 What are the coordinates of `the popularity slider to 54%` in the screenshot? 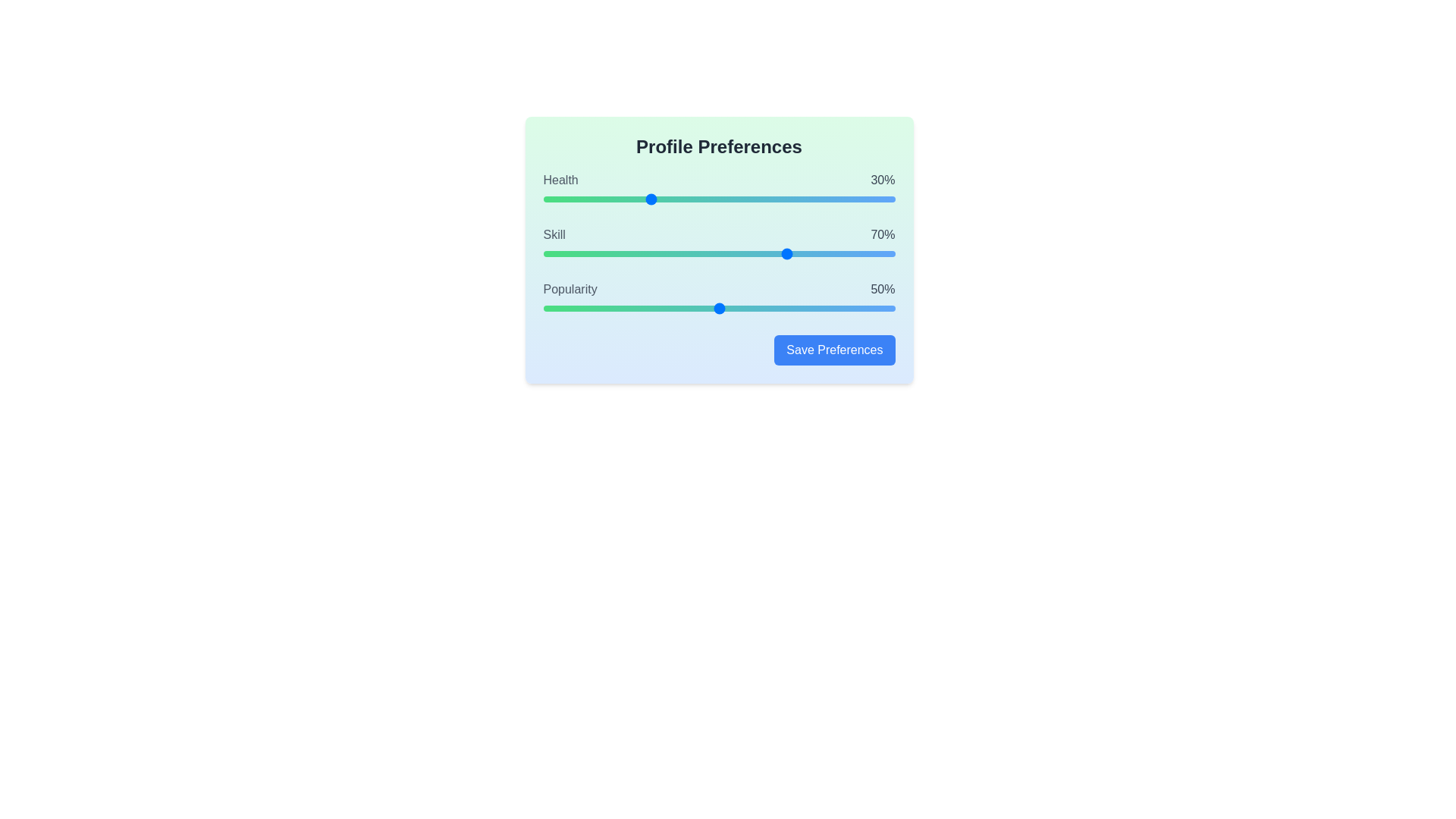 It's located at (733, 308).